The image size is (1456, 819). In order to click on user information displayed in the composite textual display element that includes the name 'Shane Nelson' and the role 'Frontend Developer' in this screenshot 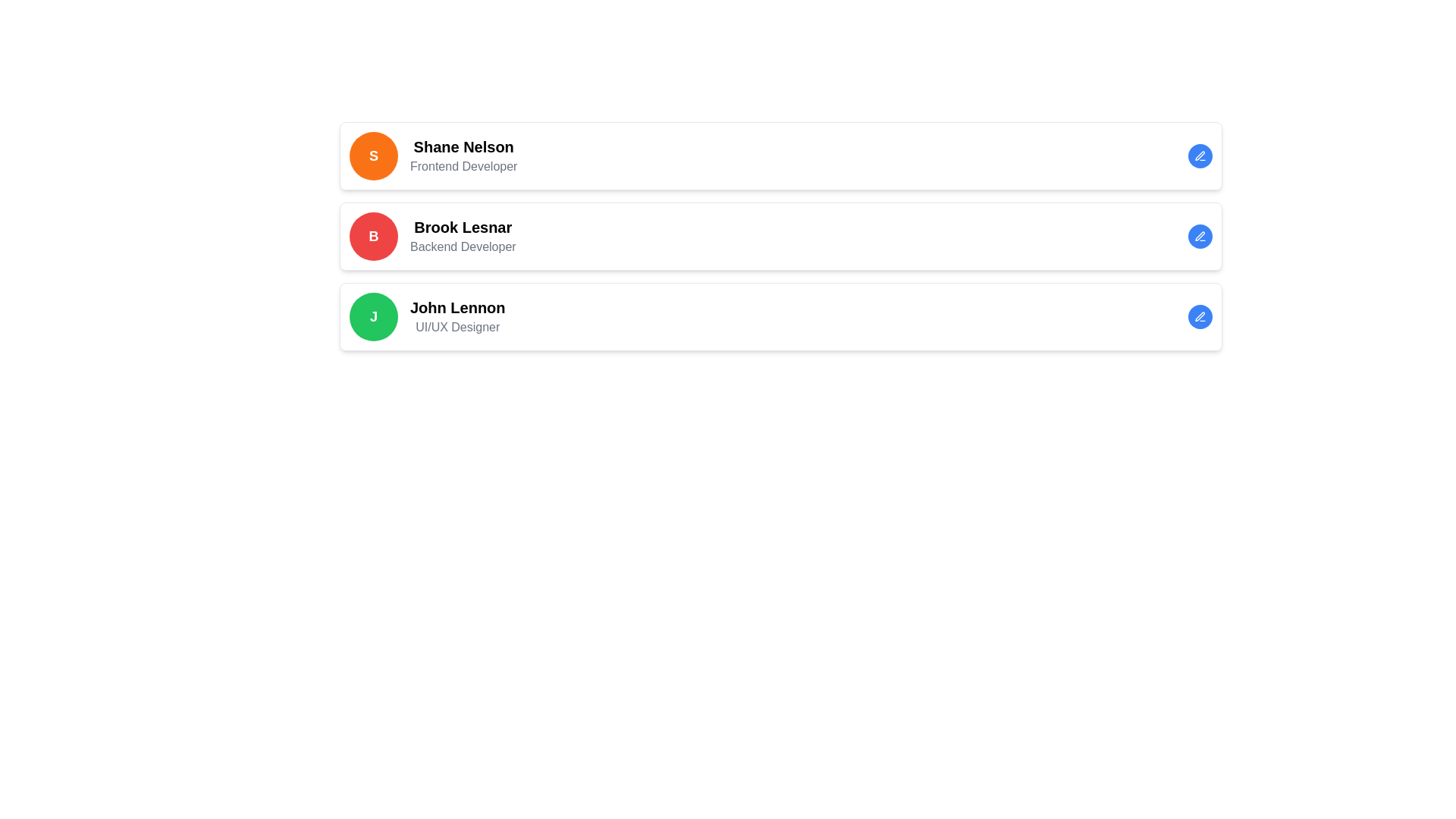, I will do `click(463, 155)`.